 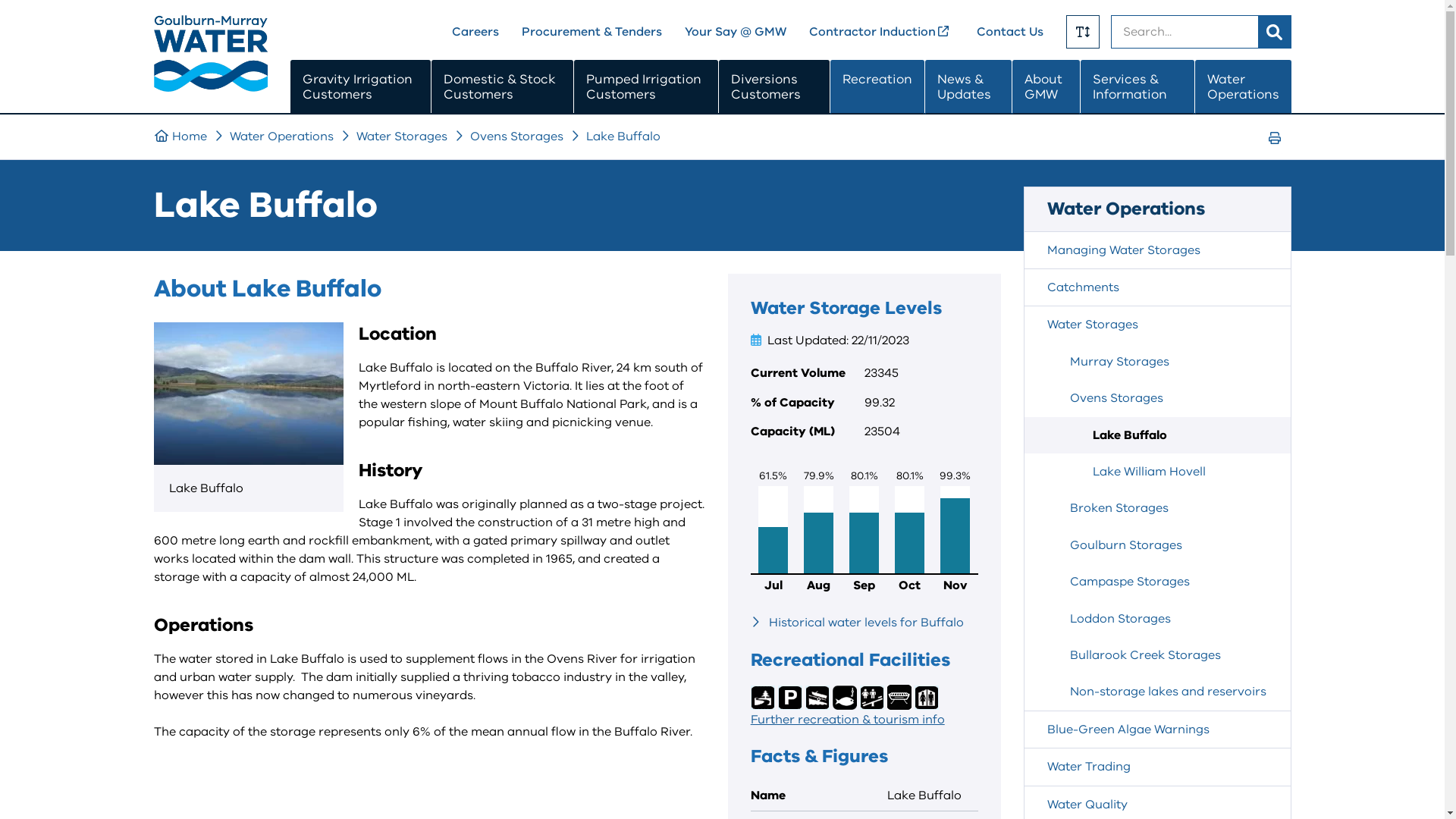 I want to click on 'Further recreation & tourism info', so click(x=847, y=718).